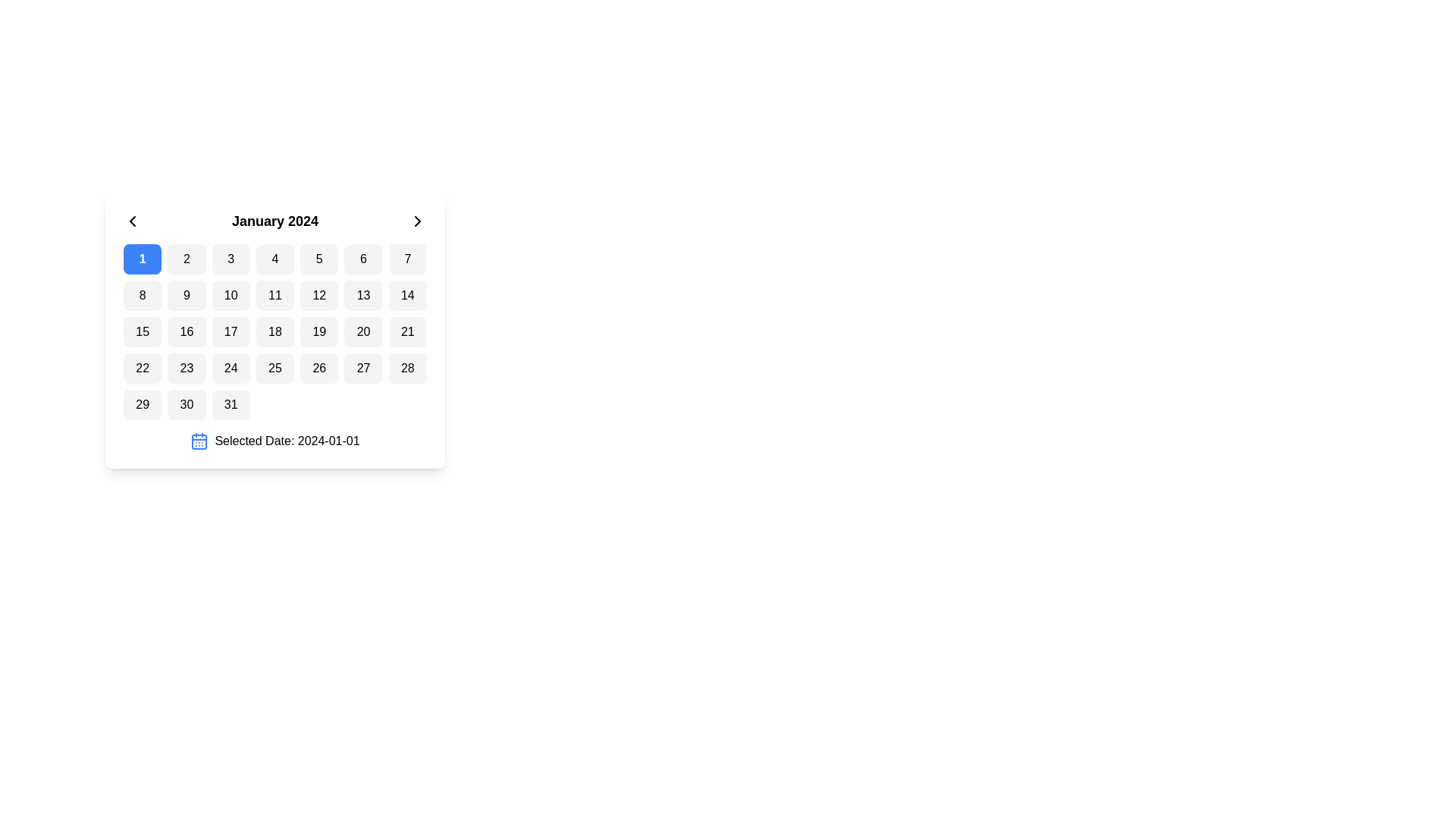  Describe the element at coordinates (318, 295) in the screenshot. I see `the calendar button representing the 12th day` at that location.